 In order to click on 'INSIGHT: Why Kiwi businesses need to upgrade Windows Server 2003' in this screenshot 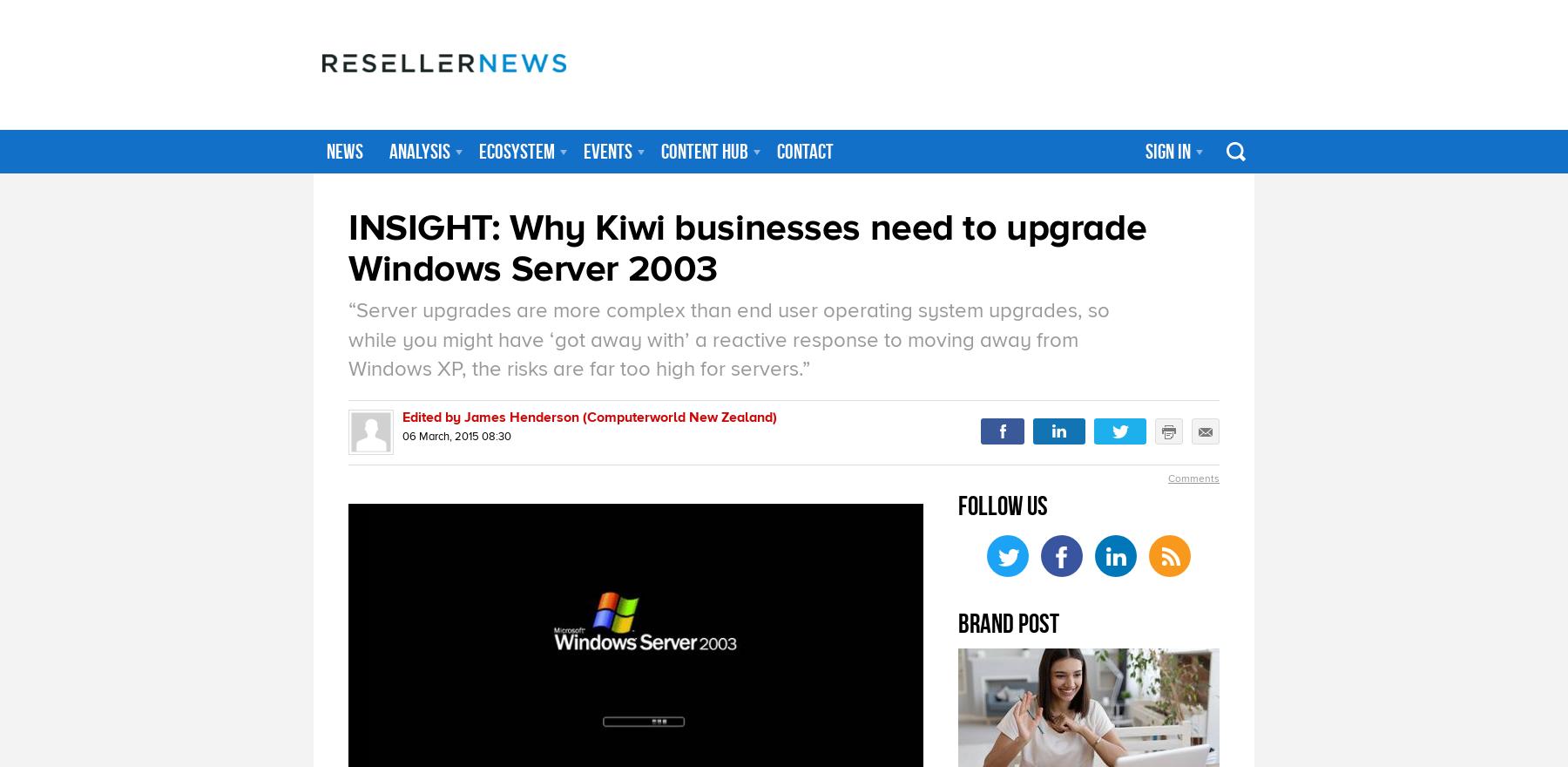, I will do `click(747, 248)`.